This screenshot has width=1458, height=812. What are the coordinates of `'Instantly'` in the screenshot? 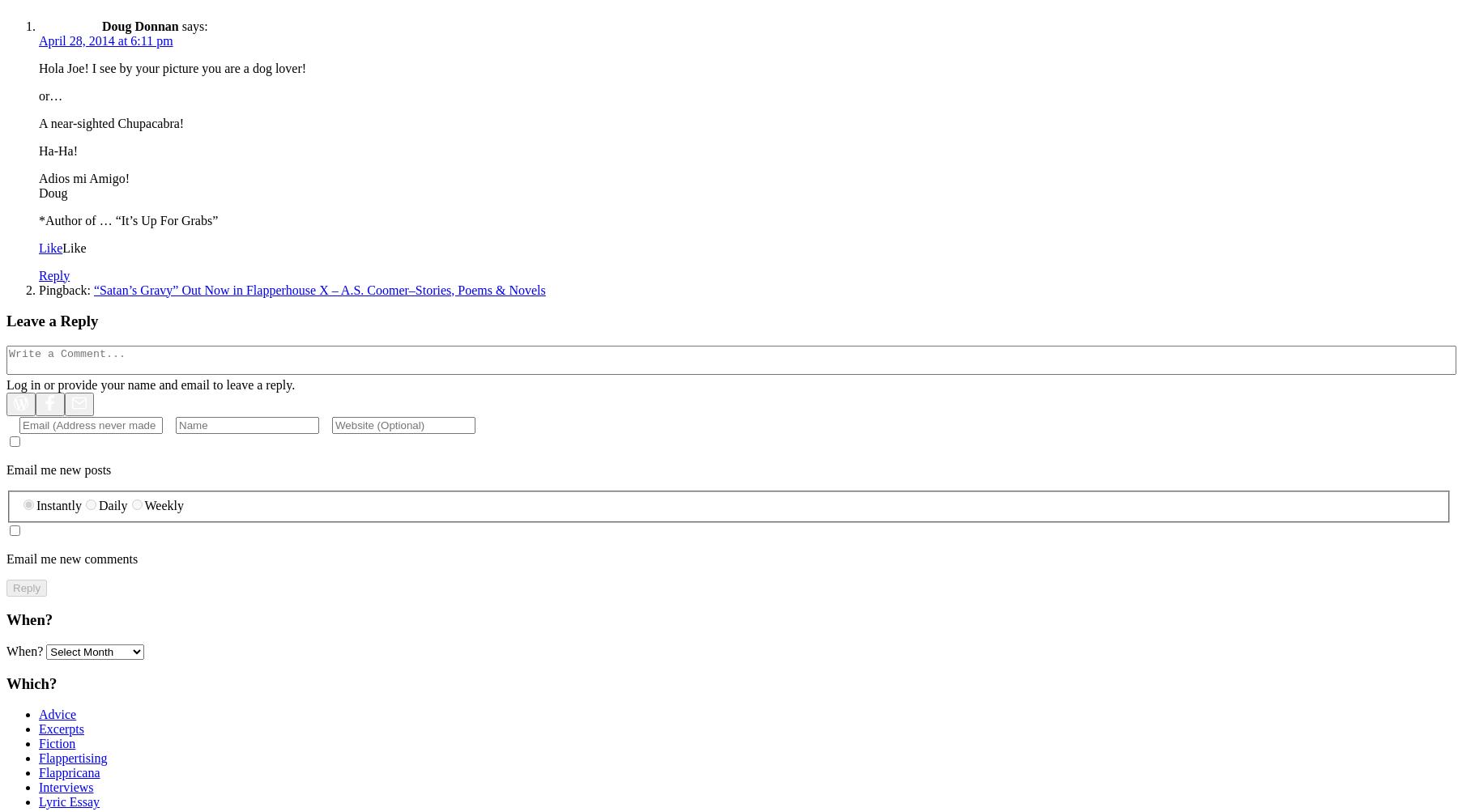 It's located at (36, 504).